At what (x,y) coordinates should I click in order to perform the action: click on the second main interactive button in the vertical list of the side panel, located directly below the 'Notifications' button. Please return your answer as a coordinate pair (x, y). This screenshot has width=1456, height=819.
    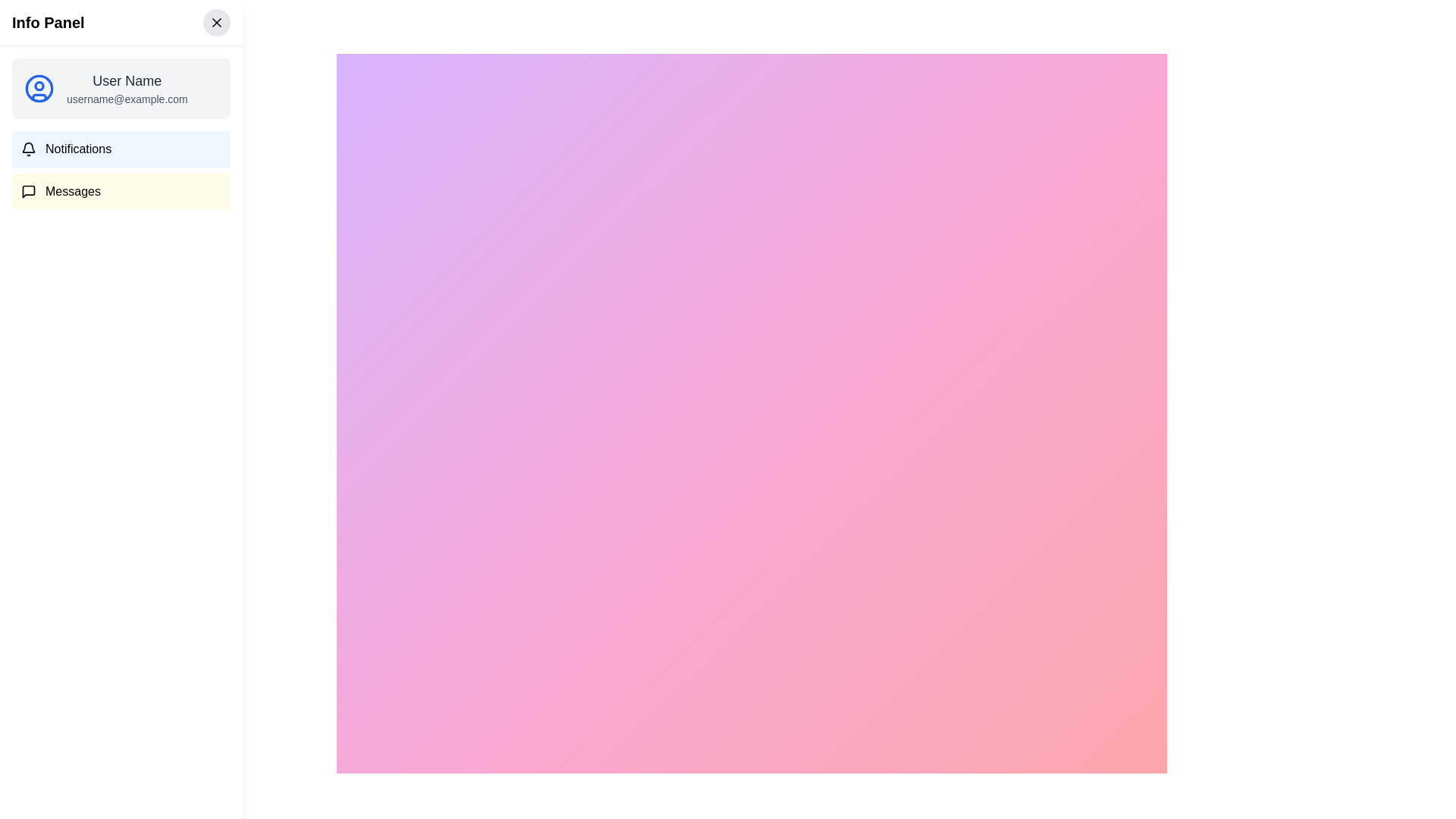
    Looking at the image, I should click on (120, 191).